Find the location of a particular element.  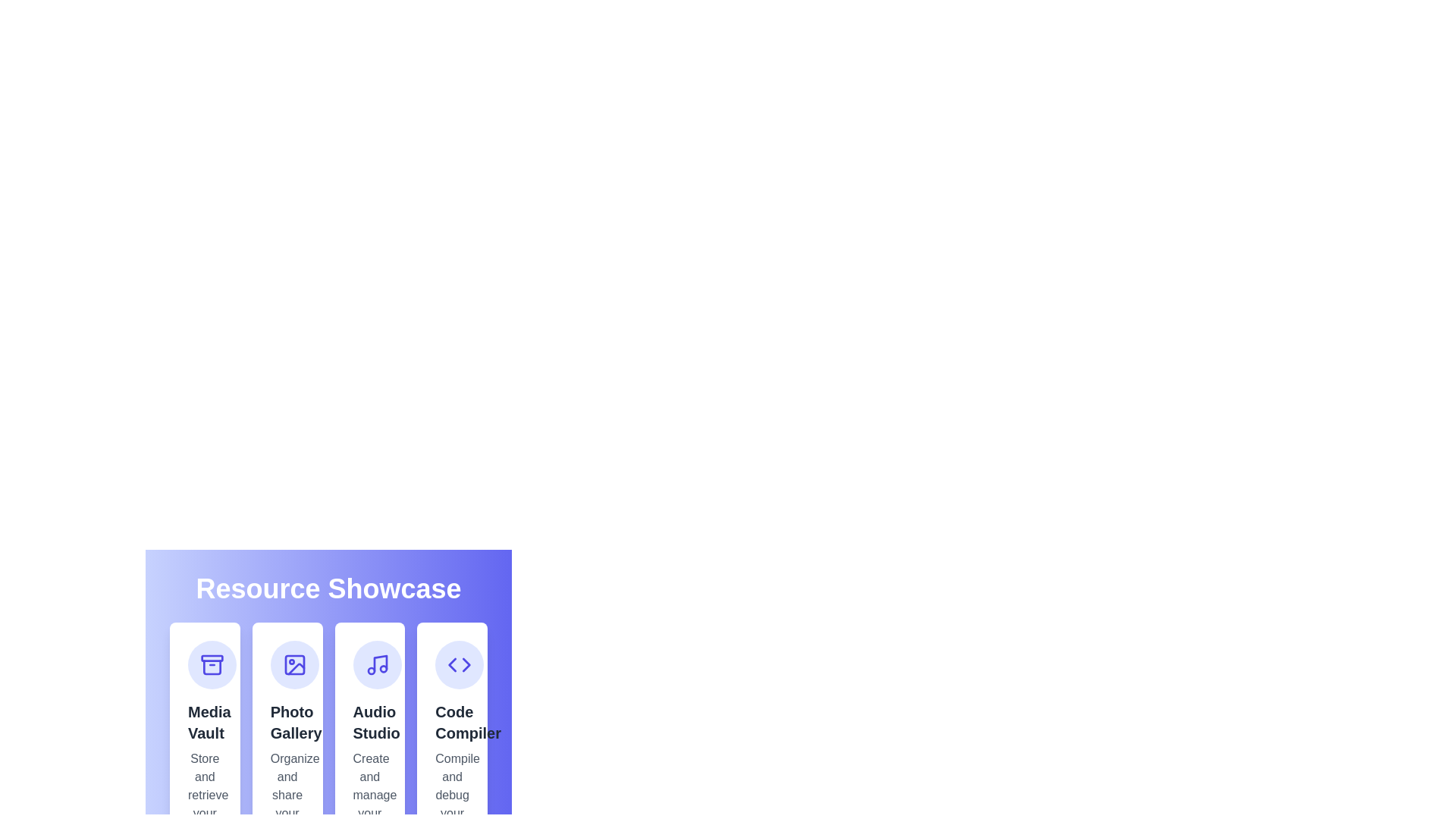

the 'Audio Studio' text label, which is a bold, dark gray title centered within its card layout, situated below a music-themed icon and above a description is located at coordinates (369, 721).